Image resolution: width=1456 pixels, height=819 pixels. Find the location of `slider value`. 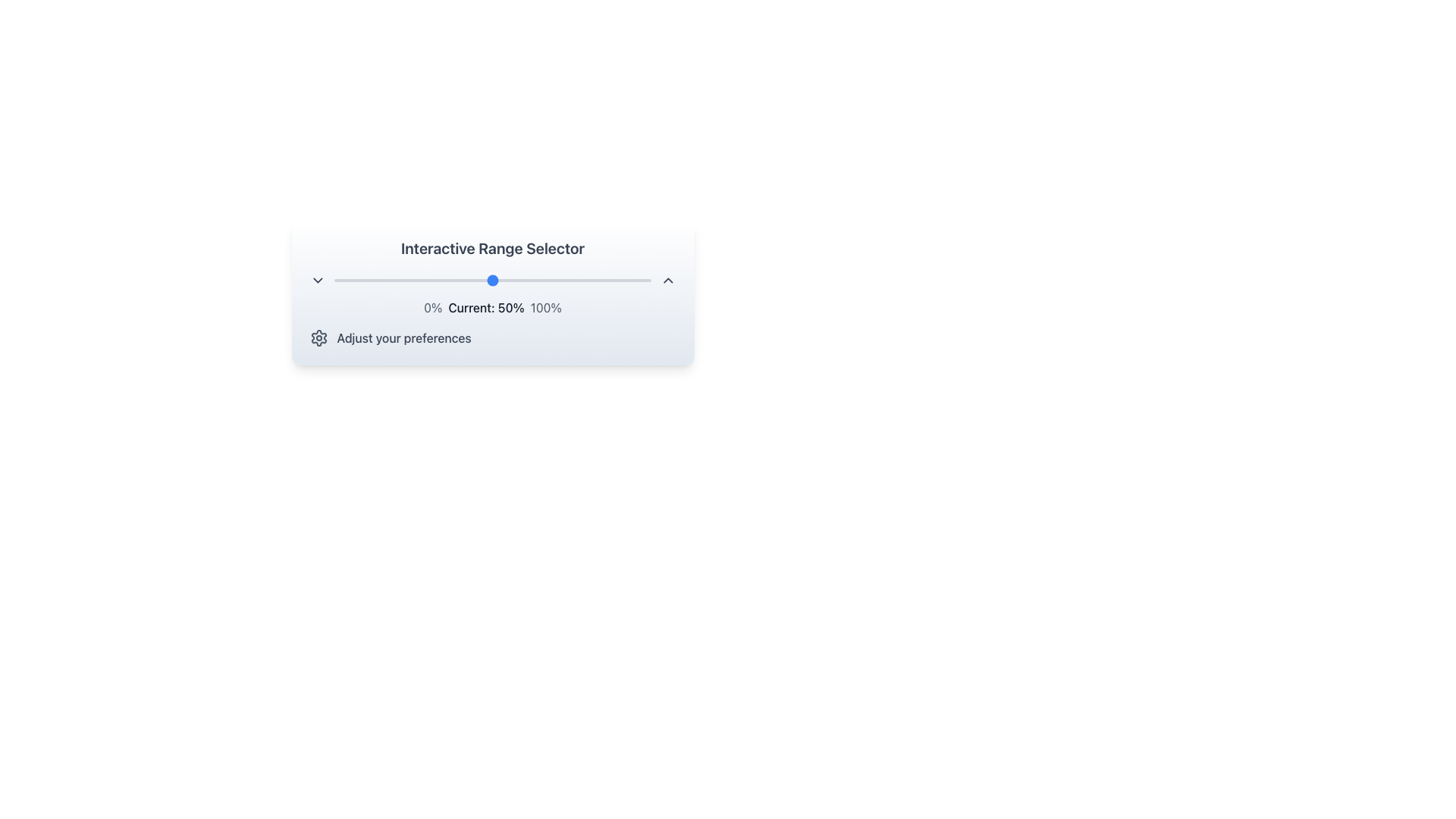

slider value is located at coordinates (388, 281).